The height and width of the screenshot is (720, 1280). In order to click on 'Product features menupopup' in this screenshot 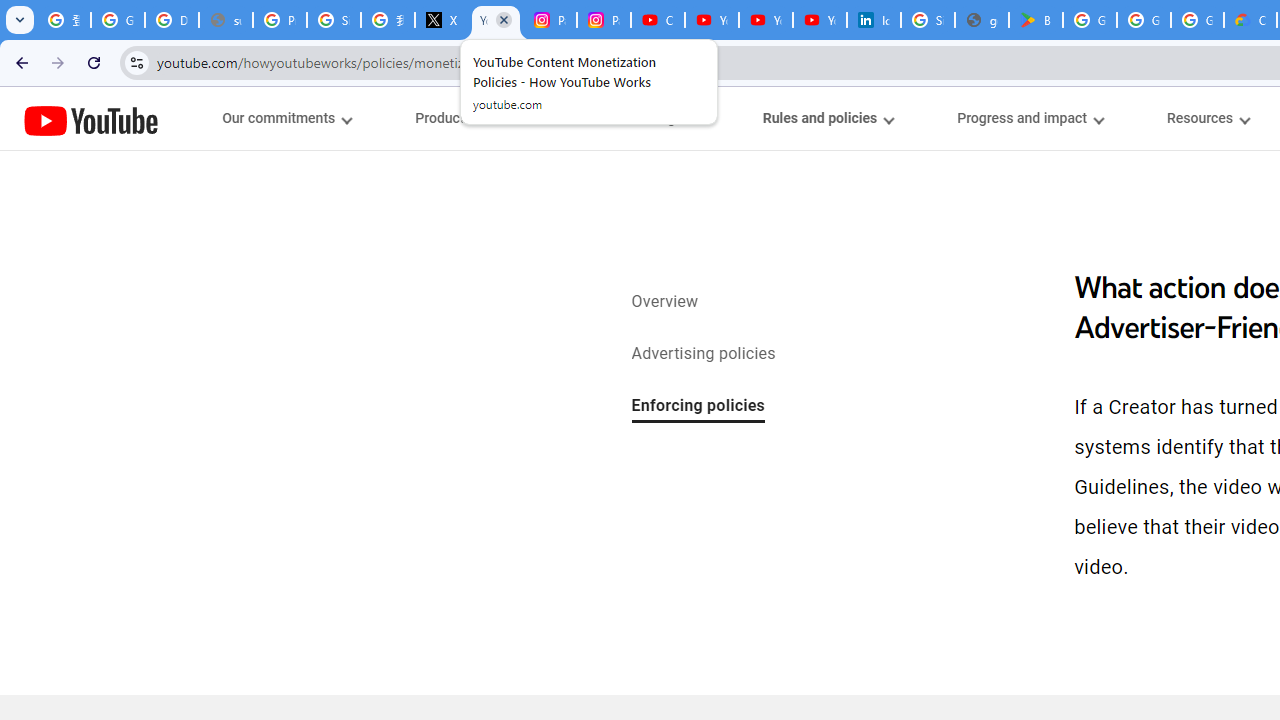, I will do `click(474, 118)`.